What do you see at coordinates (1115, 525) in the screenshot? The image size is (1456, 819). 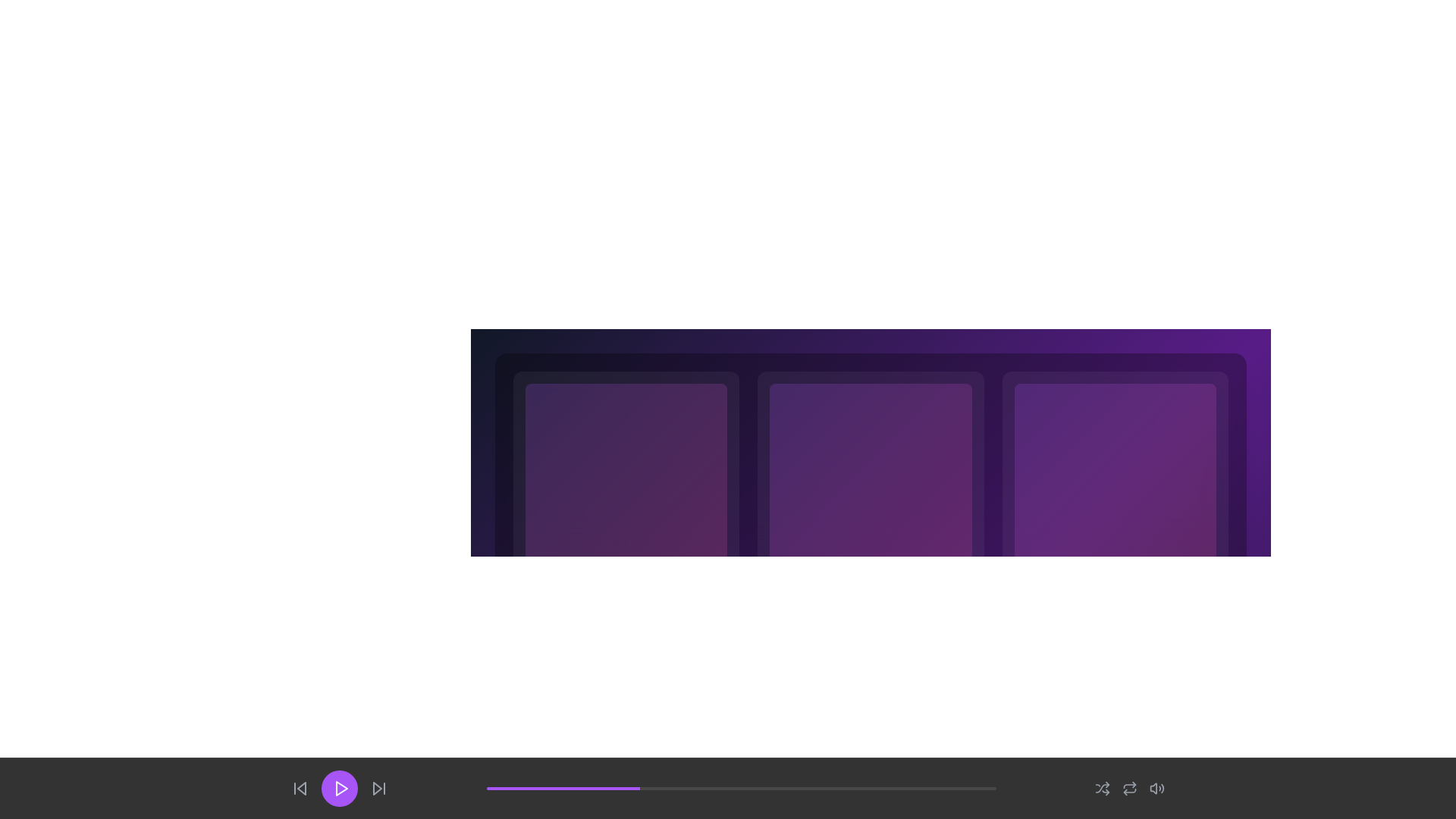 I see `the fourth music playlist card located in the grid layout` at bounding box center [1115, 525].